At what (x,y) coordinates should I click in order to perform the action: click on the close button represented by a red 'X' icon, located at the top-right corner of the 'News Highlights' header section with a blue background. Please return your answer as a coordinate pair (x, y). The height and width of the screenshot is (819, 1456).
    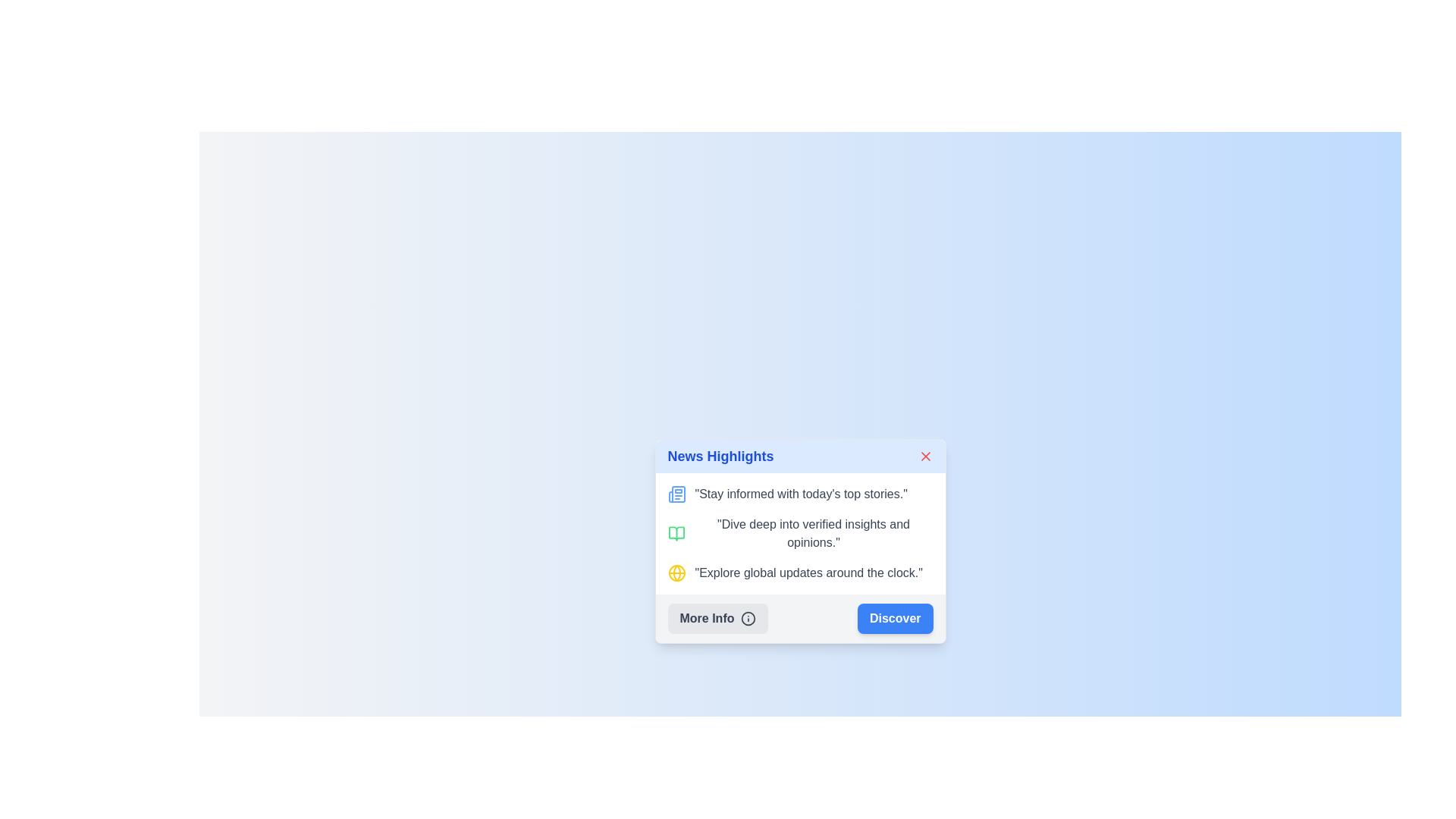
    Looking at the image, I should click on (924, 455).